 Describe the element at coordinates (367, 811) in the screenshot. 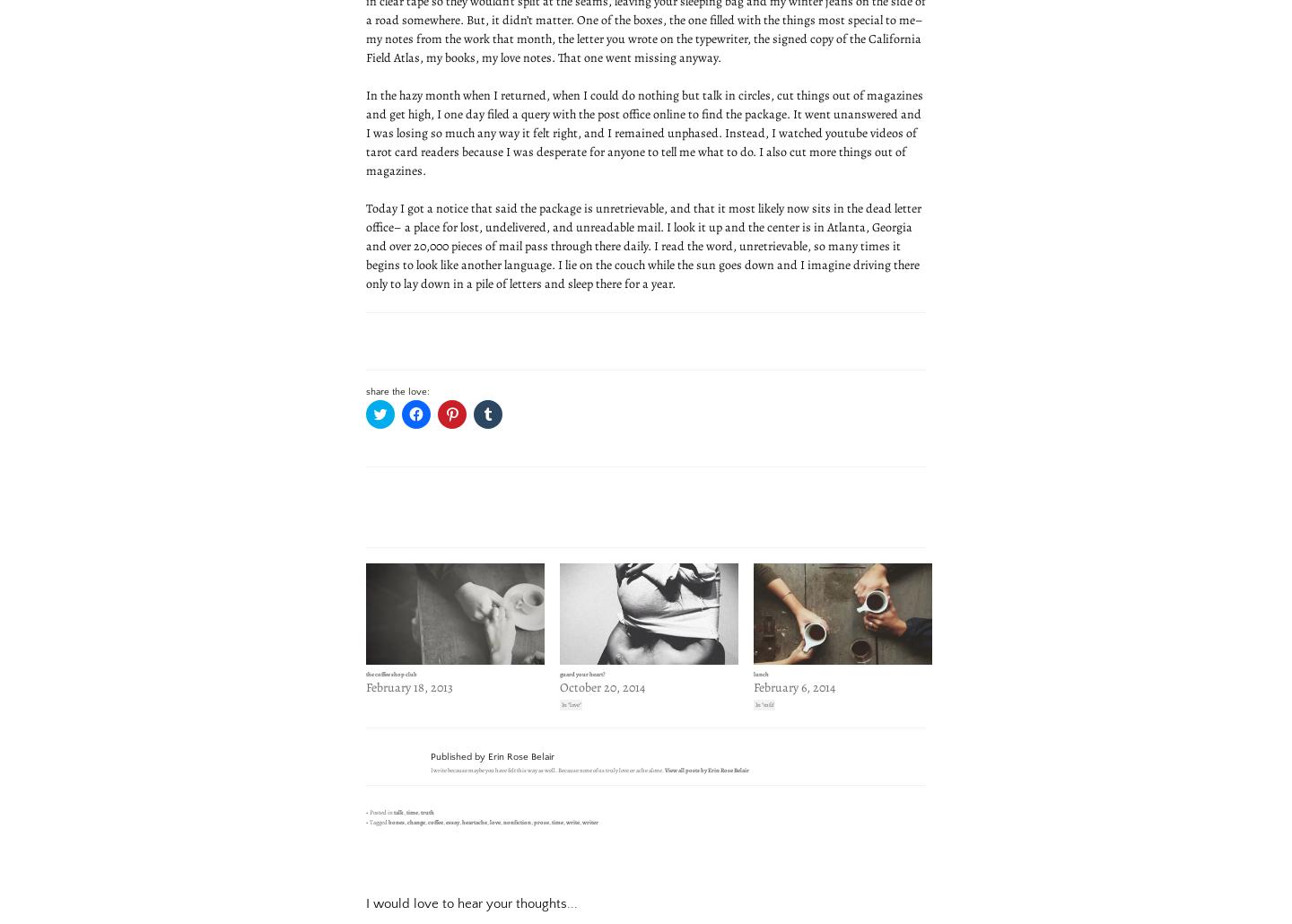

I see `'Posted in'` at that location.